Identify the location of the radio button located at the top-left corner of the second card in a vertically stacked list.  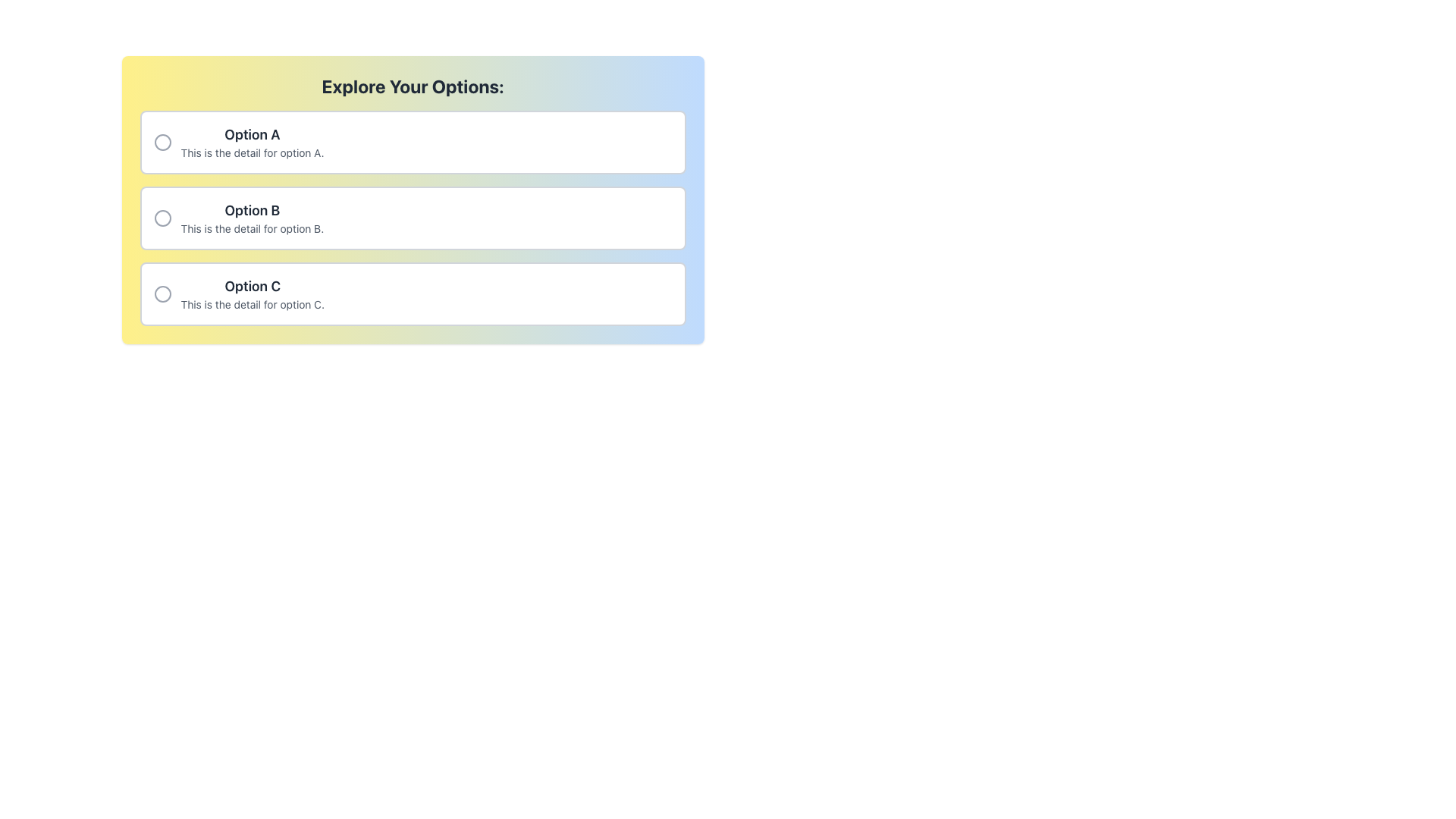
(162, 218).